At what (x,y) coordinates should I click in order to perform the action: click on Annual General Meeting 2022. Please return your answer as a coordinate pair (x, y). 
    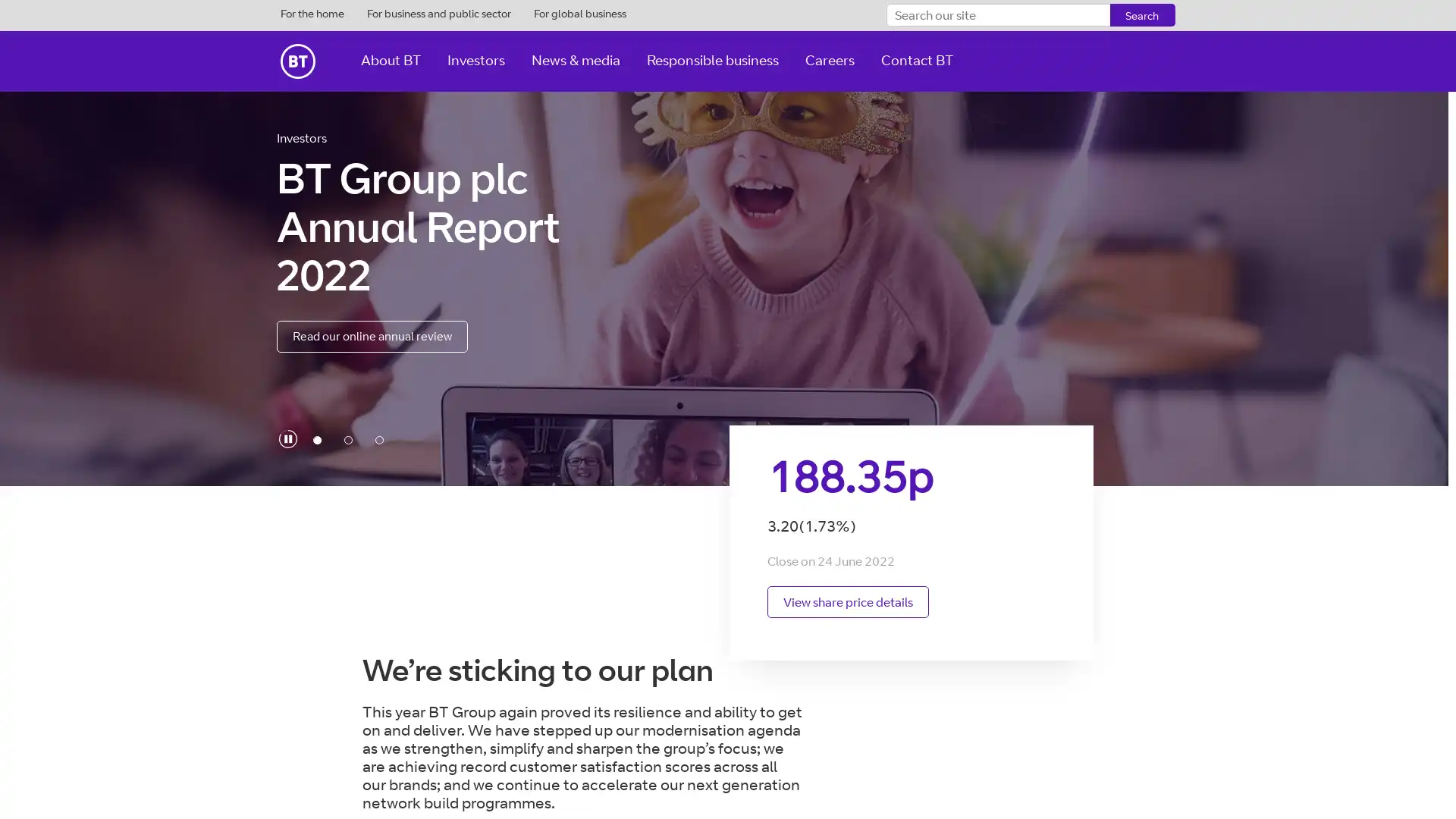
    Looking at the image, I should click on (347, 440).